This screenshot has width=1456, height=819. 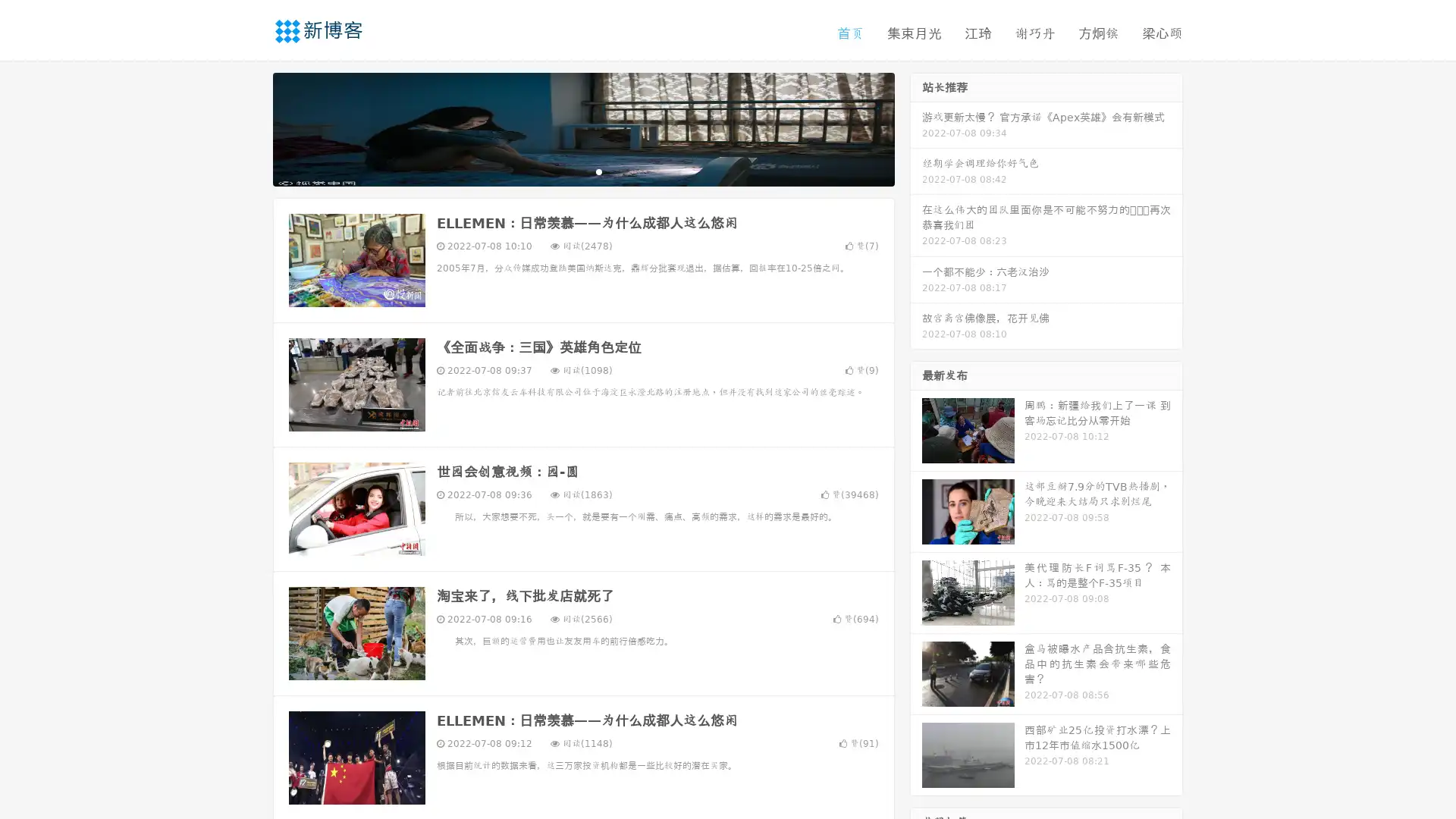 I want to click on Go to slide 1, so click(x=567, y=171).